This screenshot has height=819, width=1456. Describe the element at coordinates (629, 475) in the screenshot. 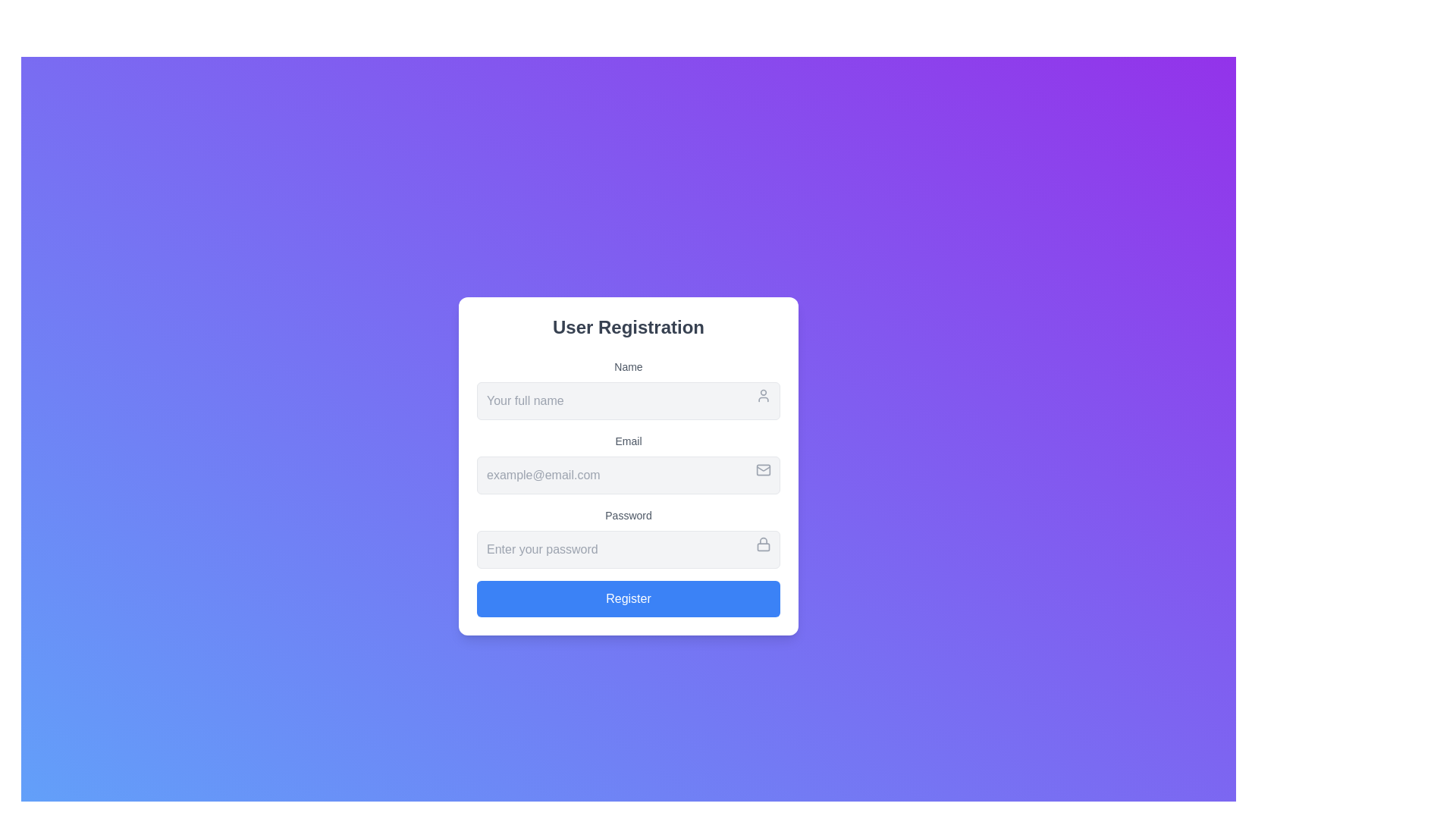

I see `the email input field located in the 'Email' section of the form to focus on it` at that location.